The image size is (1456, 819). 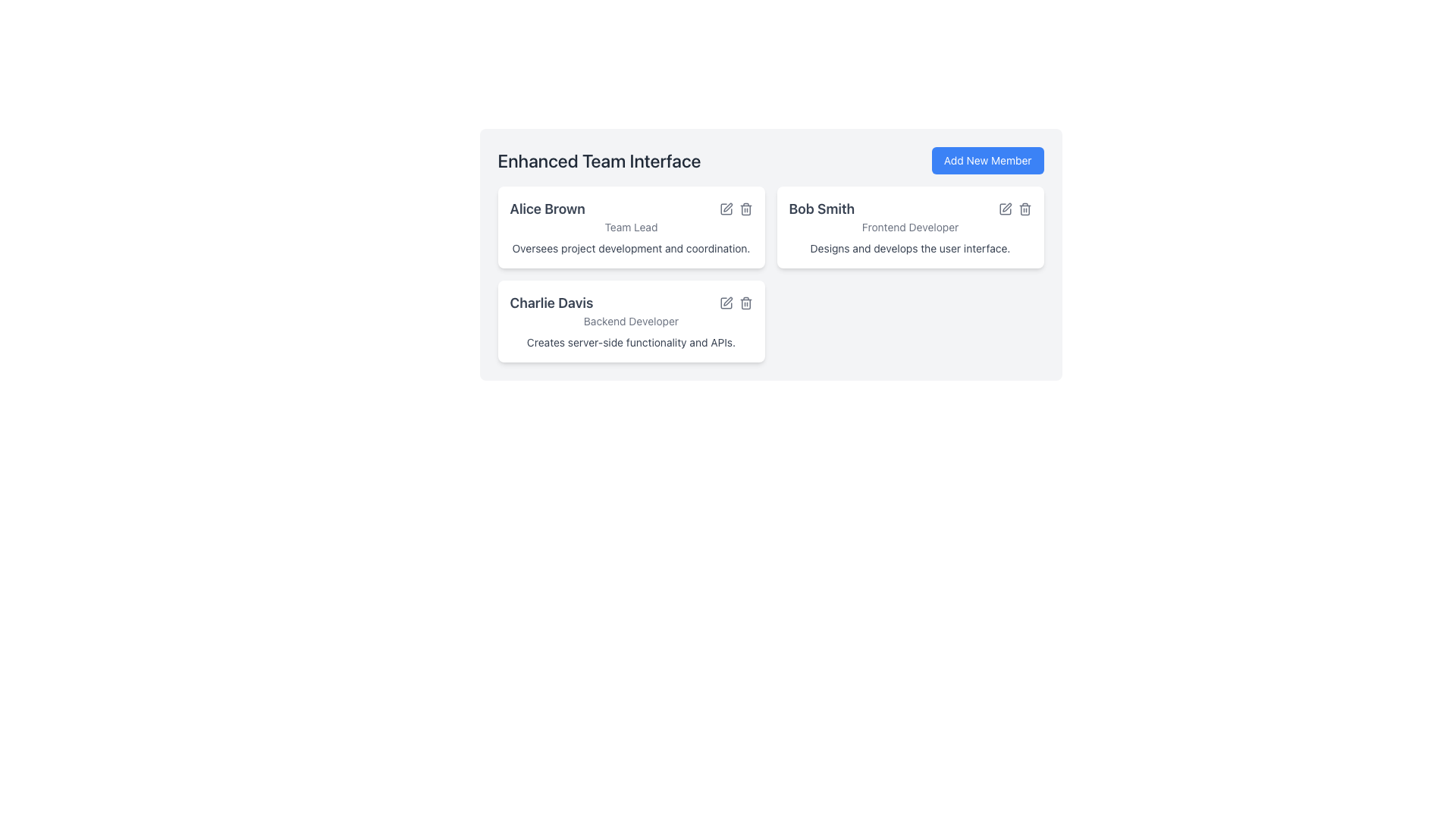 I want to click on the text label displaying 'Team Lead' which is located below 'Alice Brown' in a card layout, so click(x=631, y=227).